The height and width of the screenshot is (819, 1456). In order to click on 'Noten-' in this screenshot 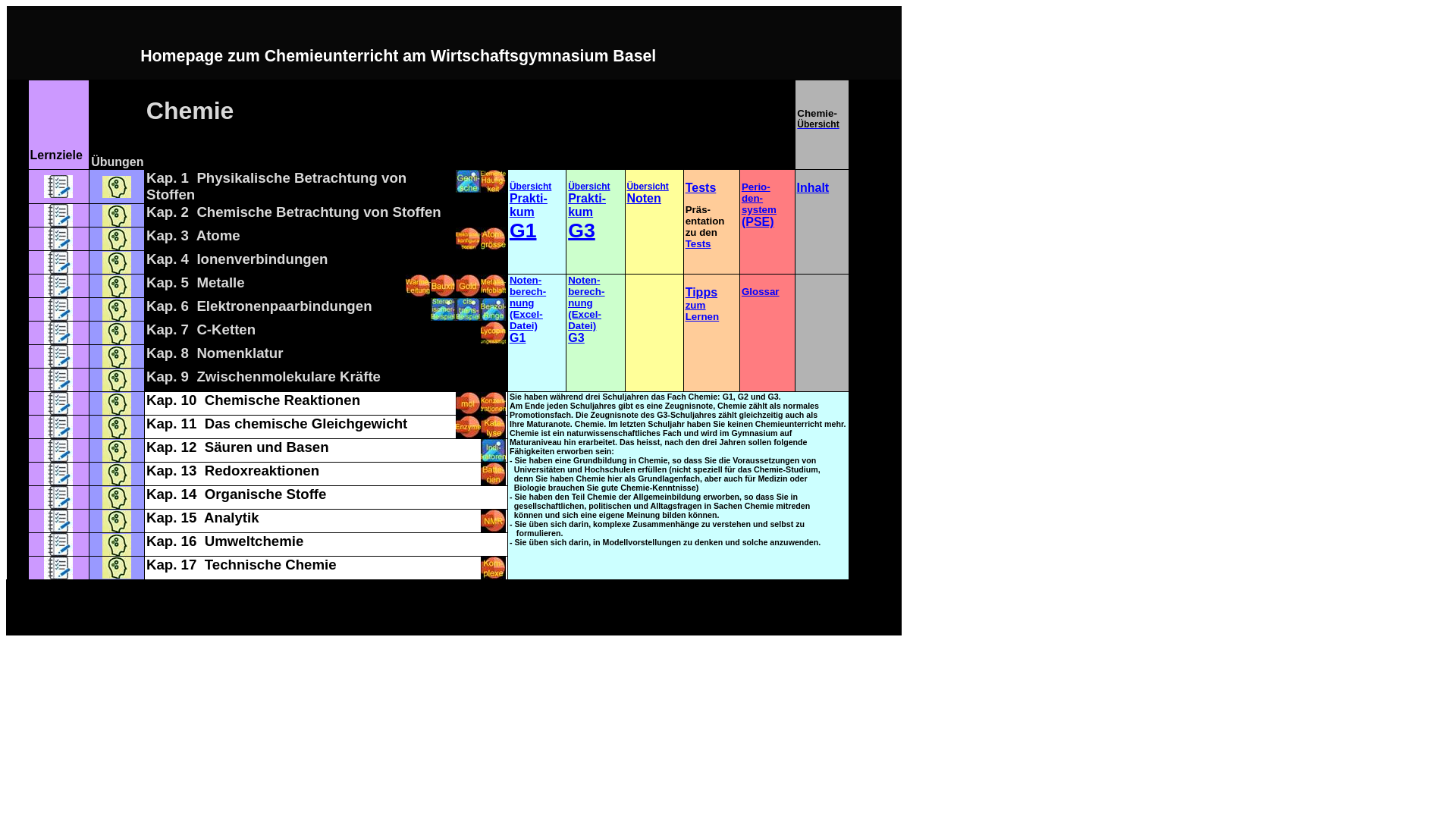, I will do `click(510, 280)`.